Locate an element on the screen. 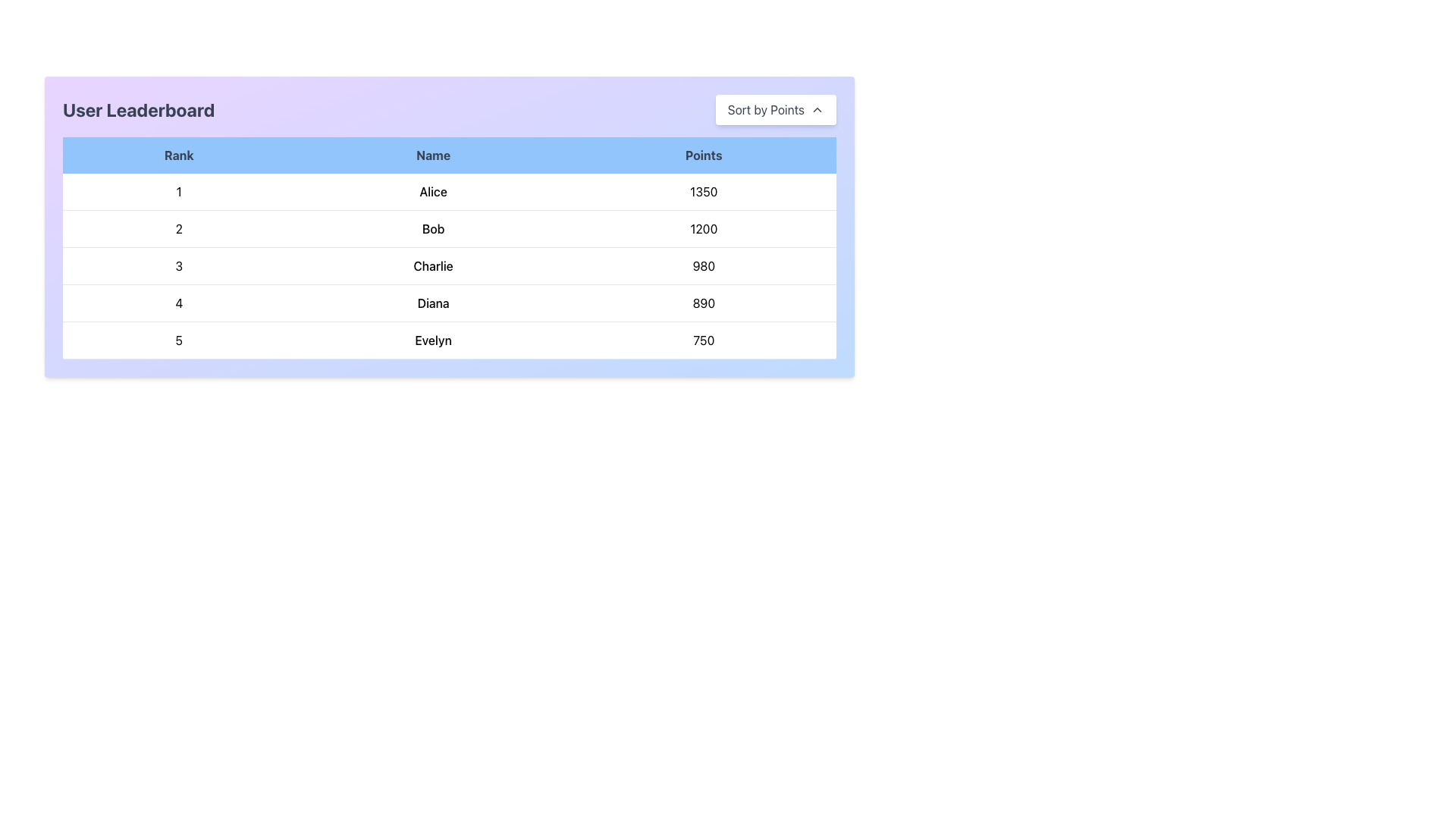 This screenshot has width=1456, height=819. text content '980' from the table cell located in the third row and third column of the table, which displays the number in black font is located at coordinates (703, 265).